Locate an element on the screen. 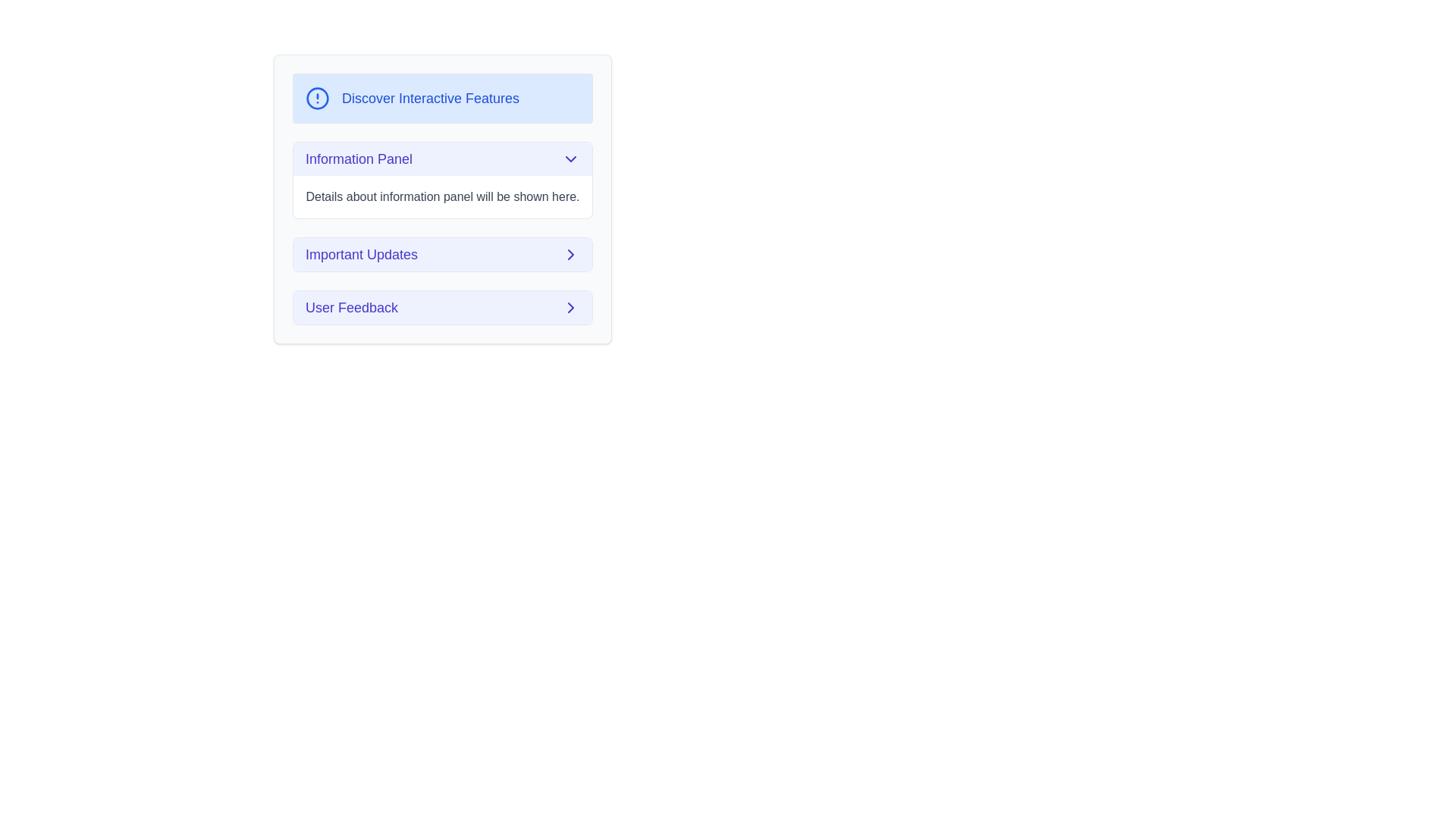 The image size is (1456, 819). the Text Label that serves as a heading for the bar, which is positioned inside a wider horizontal bar element on the left part of the bar is located at coordinates (358, 158).